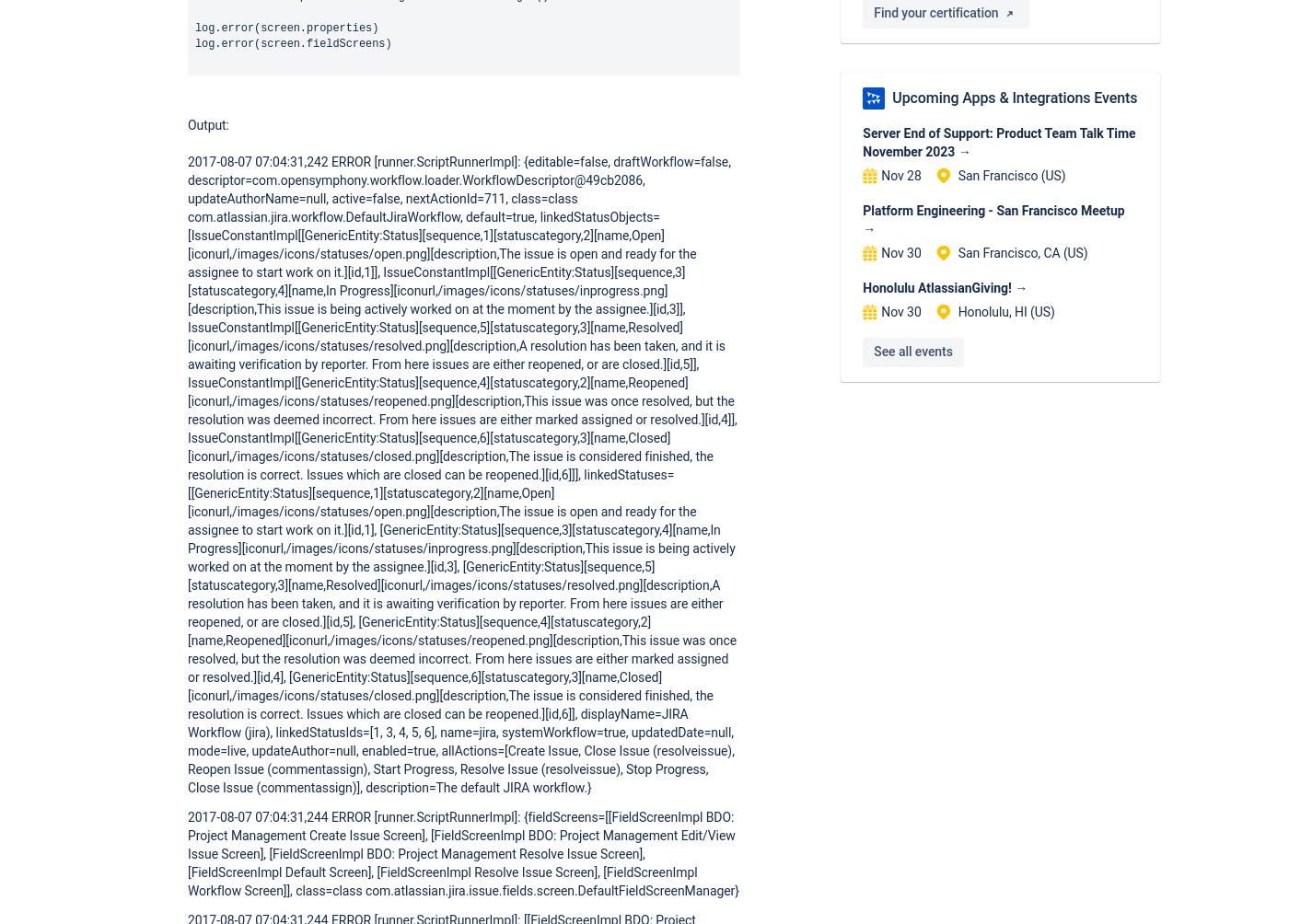 The image size is (1289, 924). Describe the element at coordinates (462, 851) in the screenshot. I see `'2017-08-07 07:04:31,244 ERROR [runner.ScriptRunnerImpl]: {fieldScreens=[[FieldScreenImpl BDO: Project Management Create Issue Screen], [FieldScreenImpl BDO: Project Management Edit/View Issue Screen], [FieldScreenImpl BDO: Project Management Resolve Issue Screen], [FieldScreenImpl Default Screen], [FieldScreenImpl Resolve Issue Screen], [FieldScreenImpl Workflow Screen]], class=class com.atlassian.jira.issue.fields.screen.DefaultFieldScreenManager}'` at that location.